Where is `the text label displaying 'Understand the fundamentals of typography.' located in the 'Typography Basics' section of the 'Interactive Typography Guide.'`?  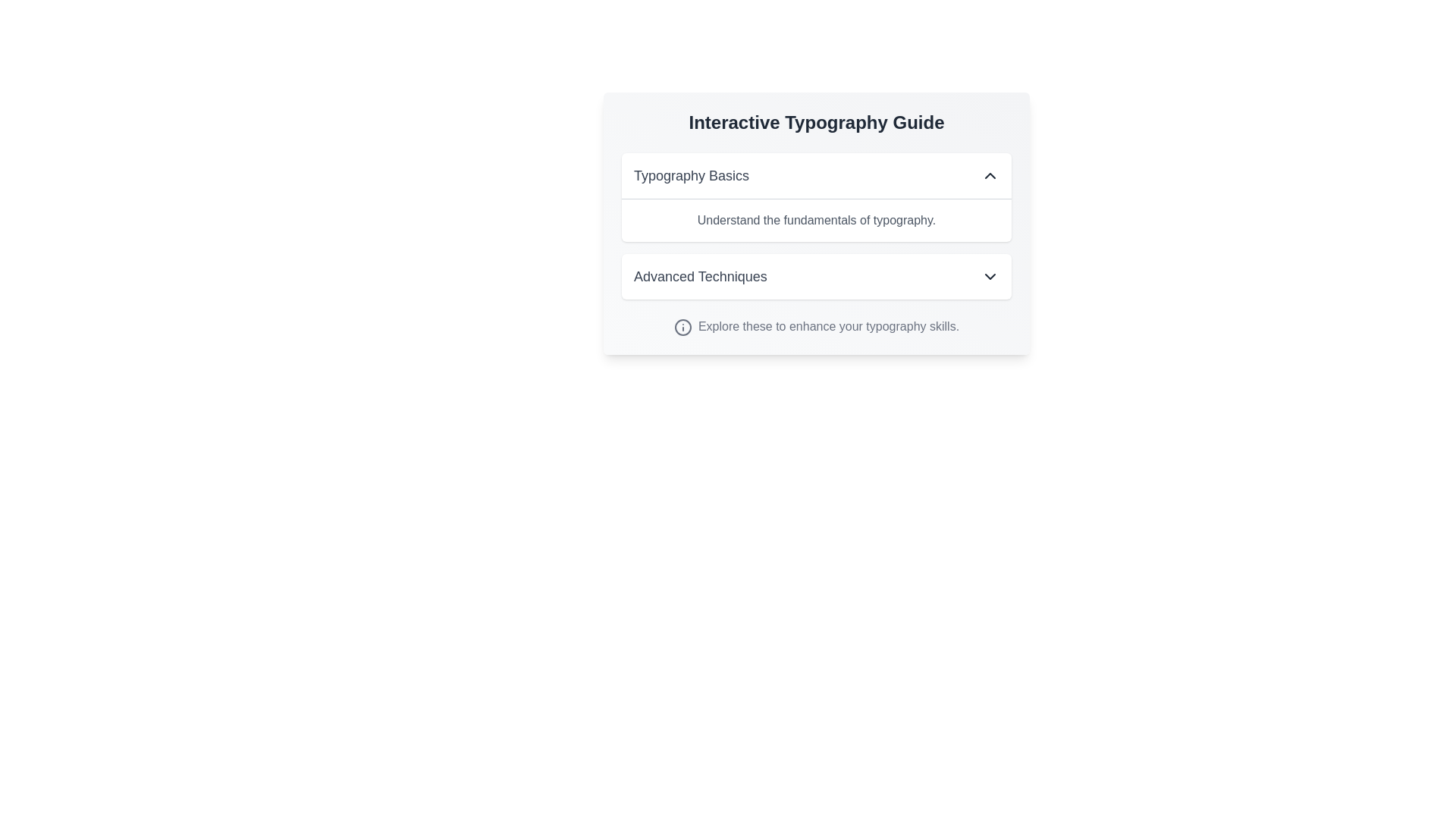
the text label displaying 'Understand the fundamentals of typography.' located in the 'Typography Basics' section of the 'Interactive Typography Guide.' is located at coordinates (815, 220).